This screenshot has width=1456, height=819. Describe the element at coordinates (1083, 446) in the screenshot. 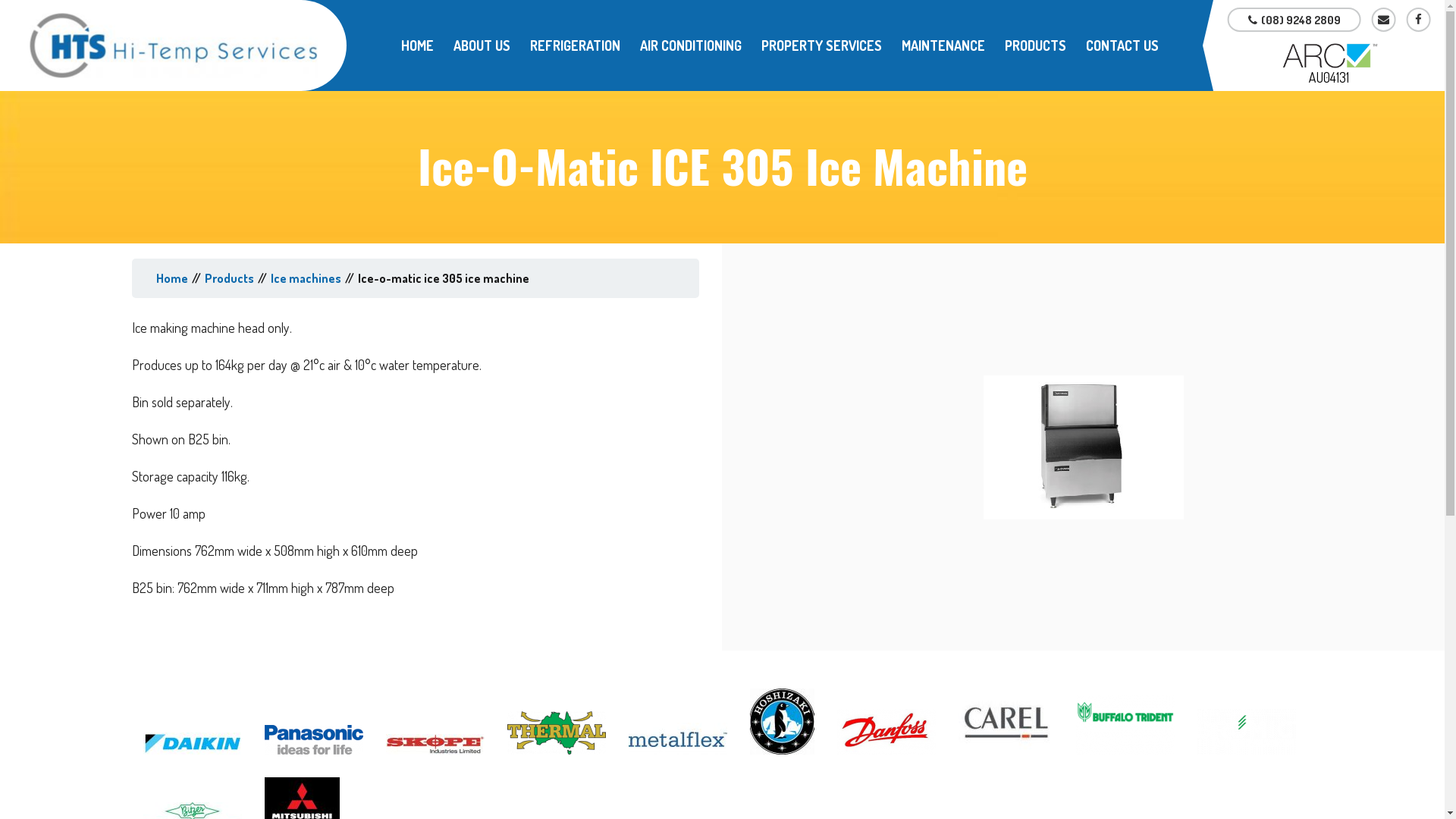

I see `'ice305'` at that location.